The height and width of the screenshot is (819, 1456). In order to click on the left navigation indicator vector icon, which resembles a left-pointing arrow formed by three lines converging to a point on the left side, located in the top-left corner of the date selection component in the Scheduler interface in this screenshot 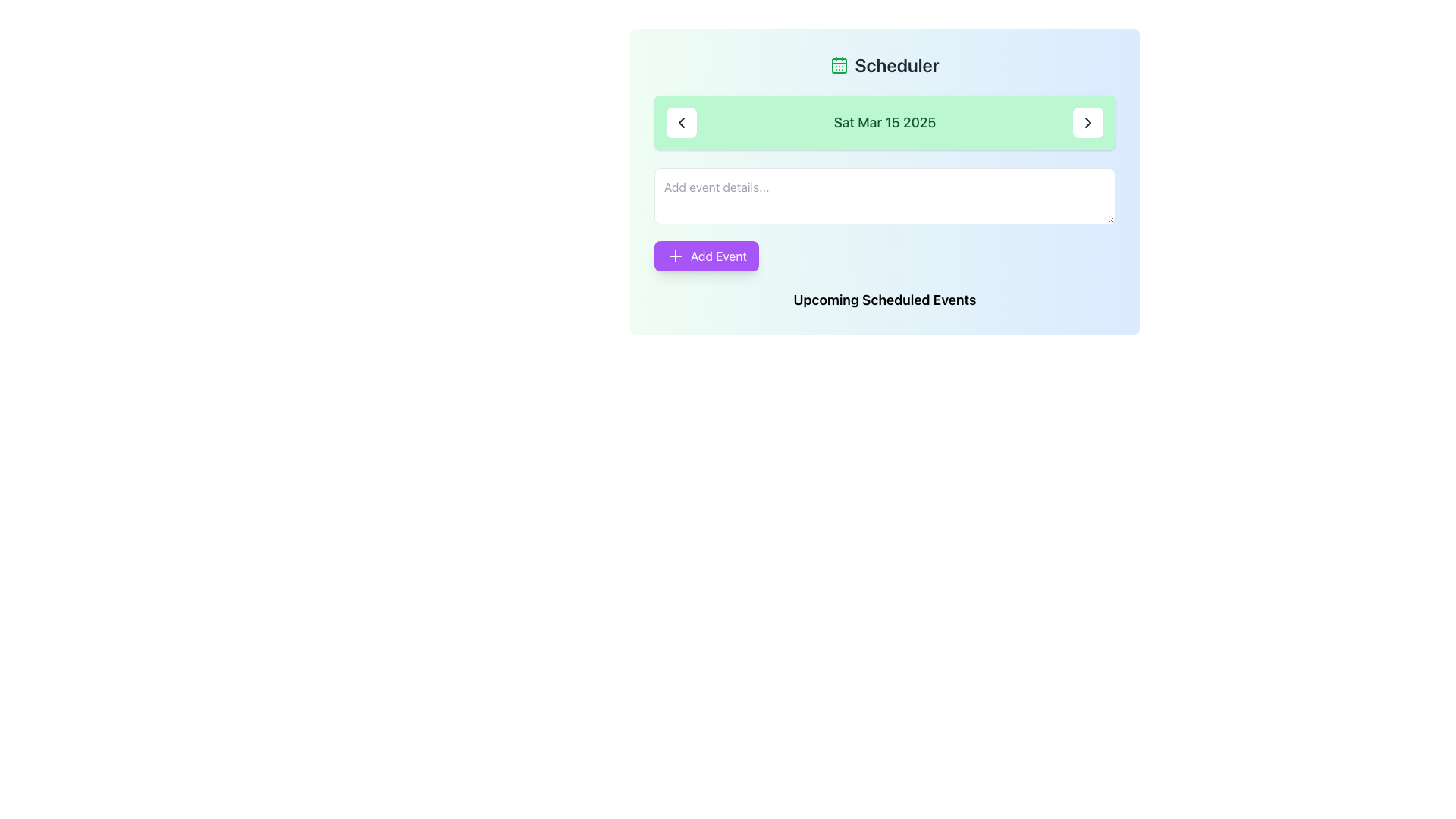, I will do `click(680, 122)`.